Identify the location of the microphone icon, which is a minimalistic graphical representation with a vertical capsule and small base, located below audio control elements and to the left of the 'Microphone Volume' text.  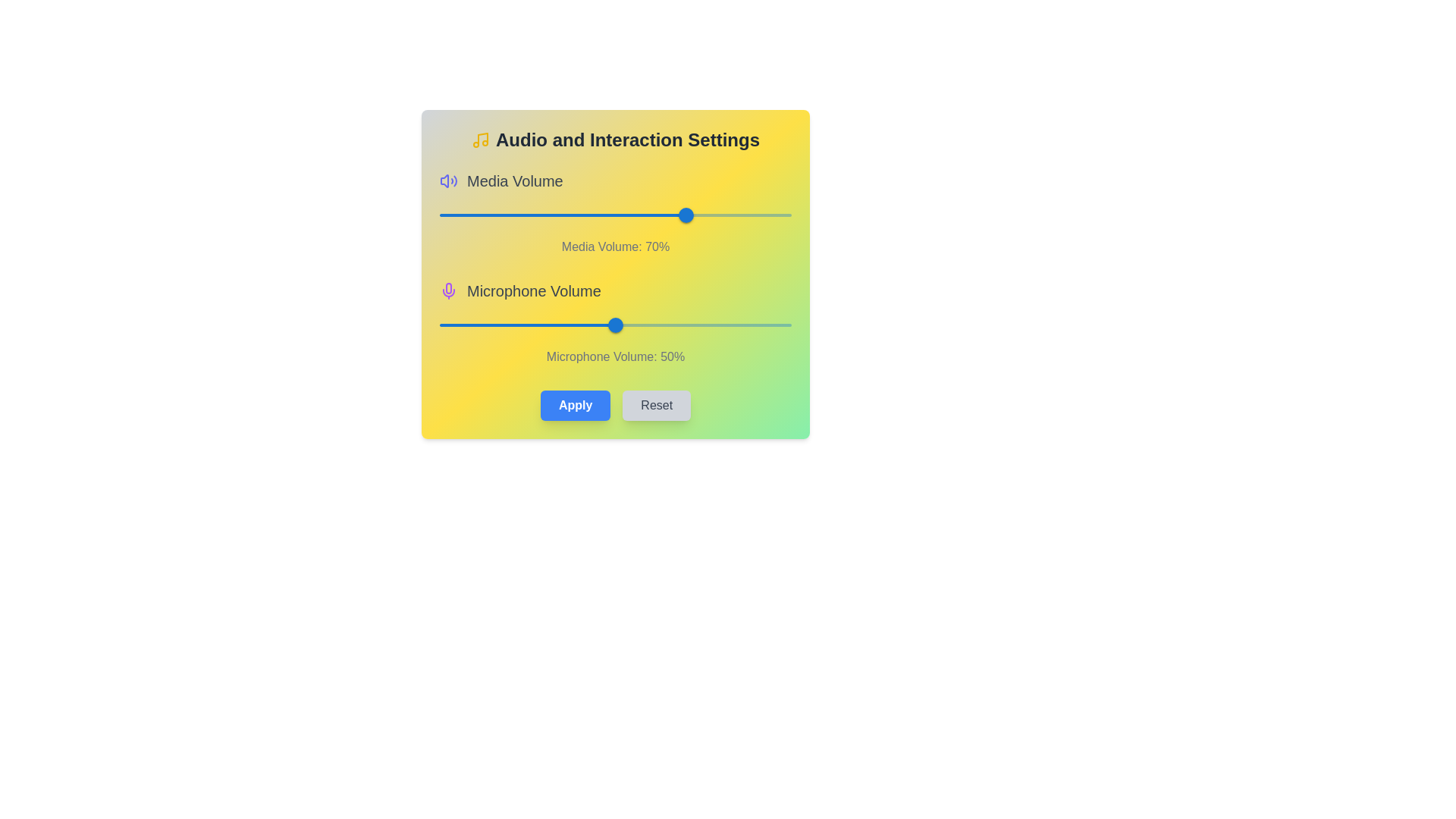
(447, 288).